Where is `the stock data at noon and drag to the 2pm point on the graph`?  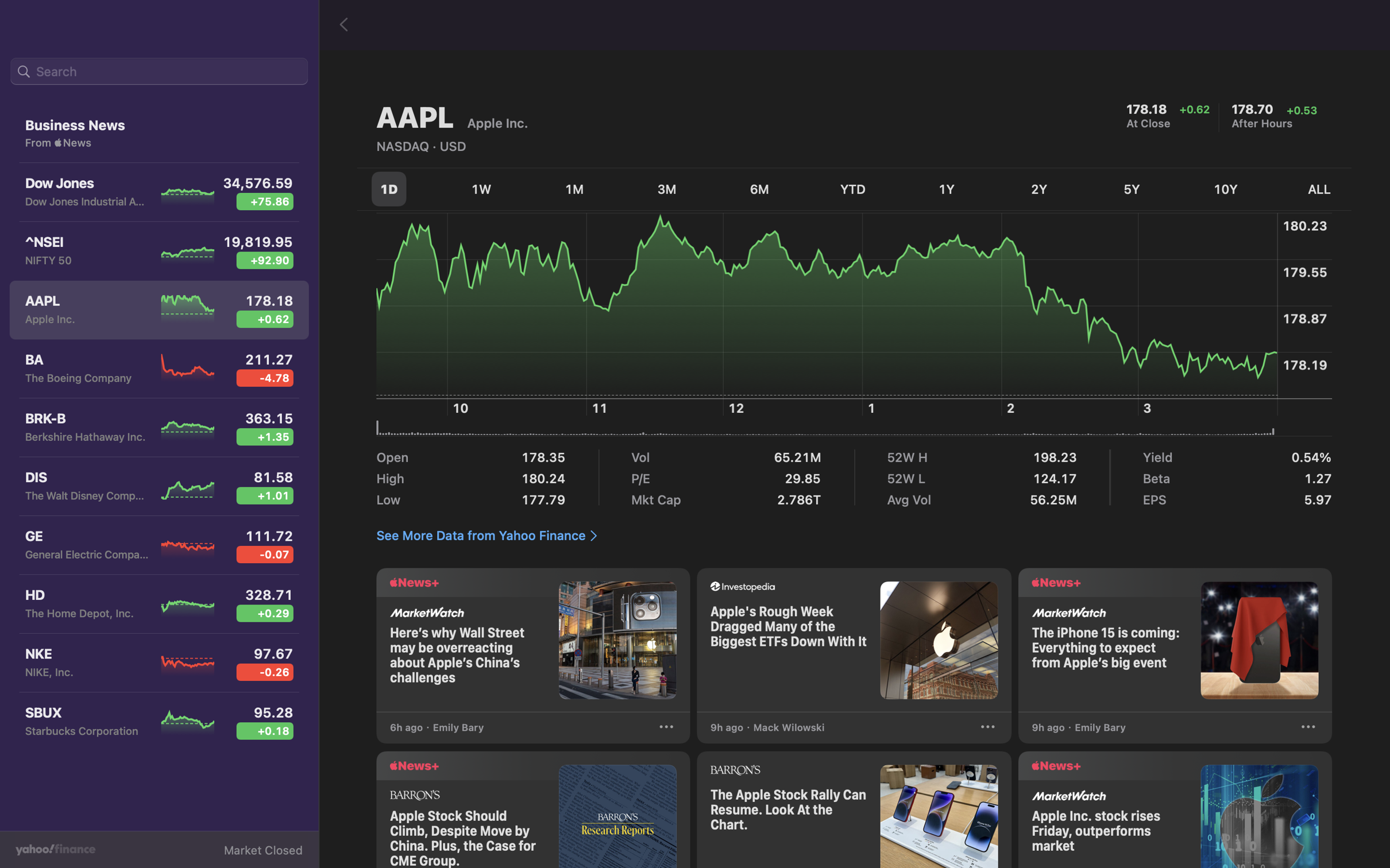 the stock data at noon and drag to the 2pm point on the graph is located at coordinates (2130870, 597618).